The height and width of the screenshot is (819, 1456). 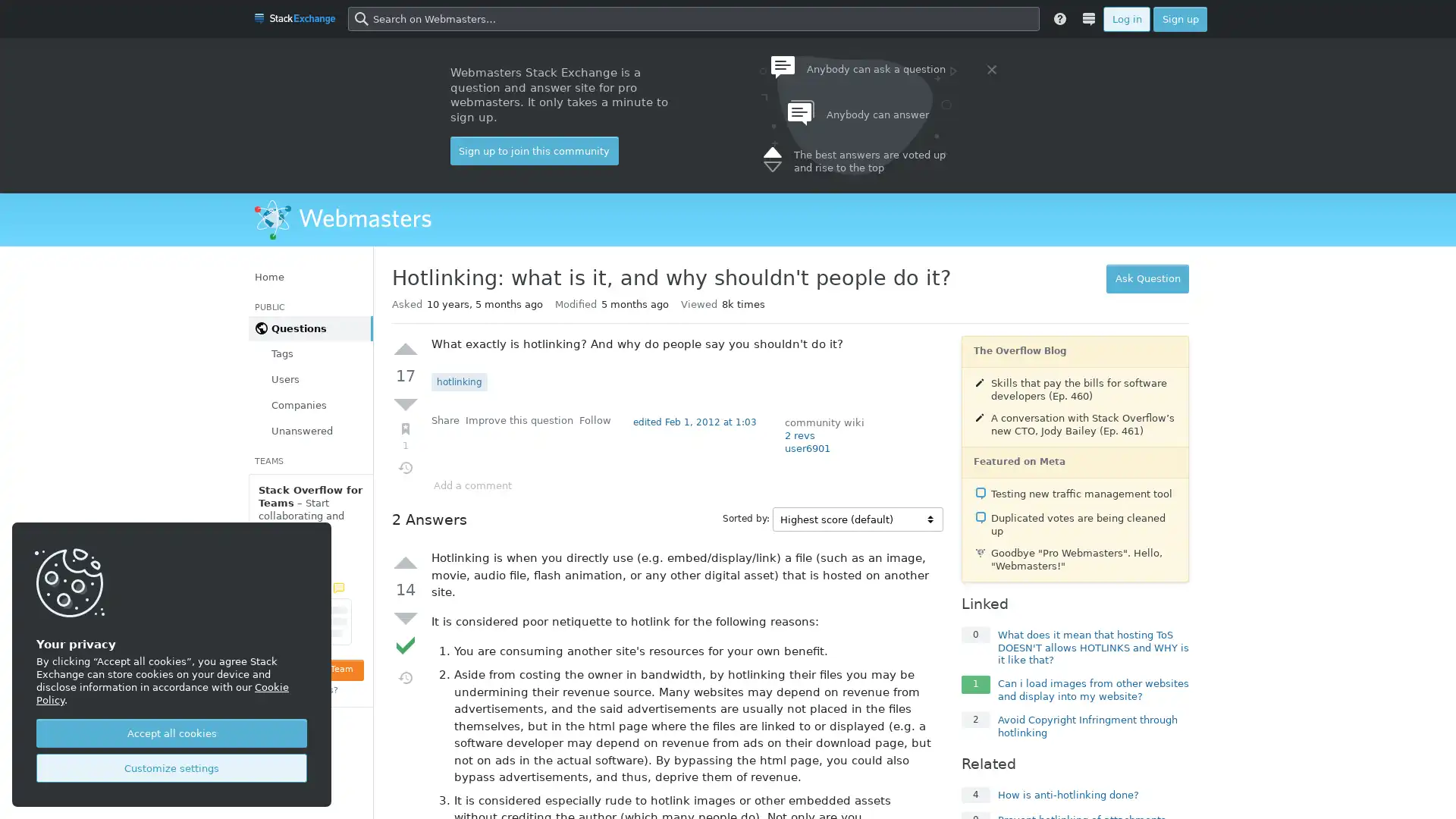 What do you see at coordinates (405, 350) in the screenshot?
I see `Up vote` at bounding box center [405, 350].